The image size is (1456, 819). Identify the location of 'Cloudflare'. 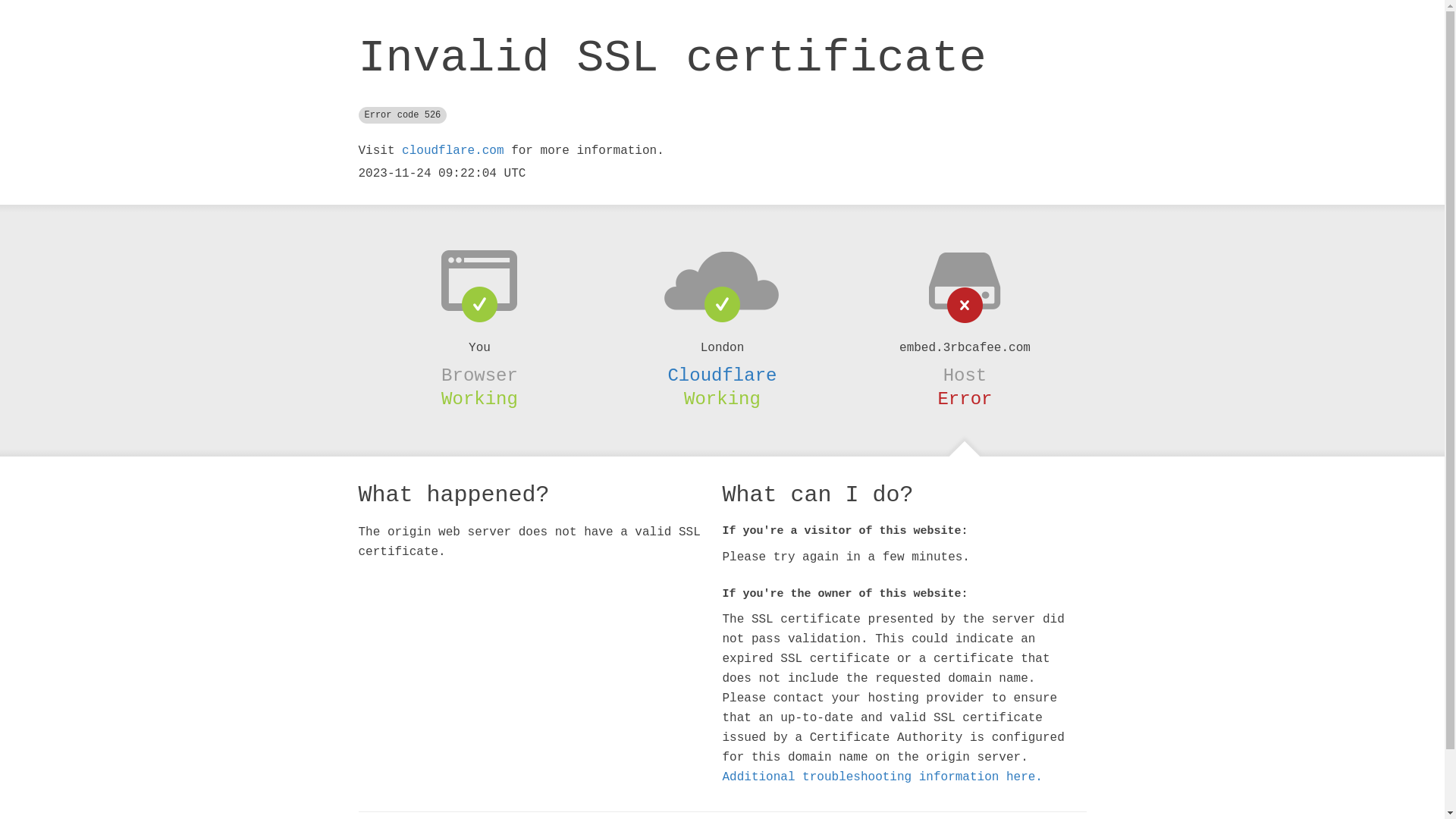
(720, 375).